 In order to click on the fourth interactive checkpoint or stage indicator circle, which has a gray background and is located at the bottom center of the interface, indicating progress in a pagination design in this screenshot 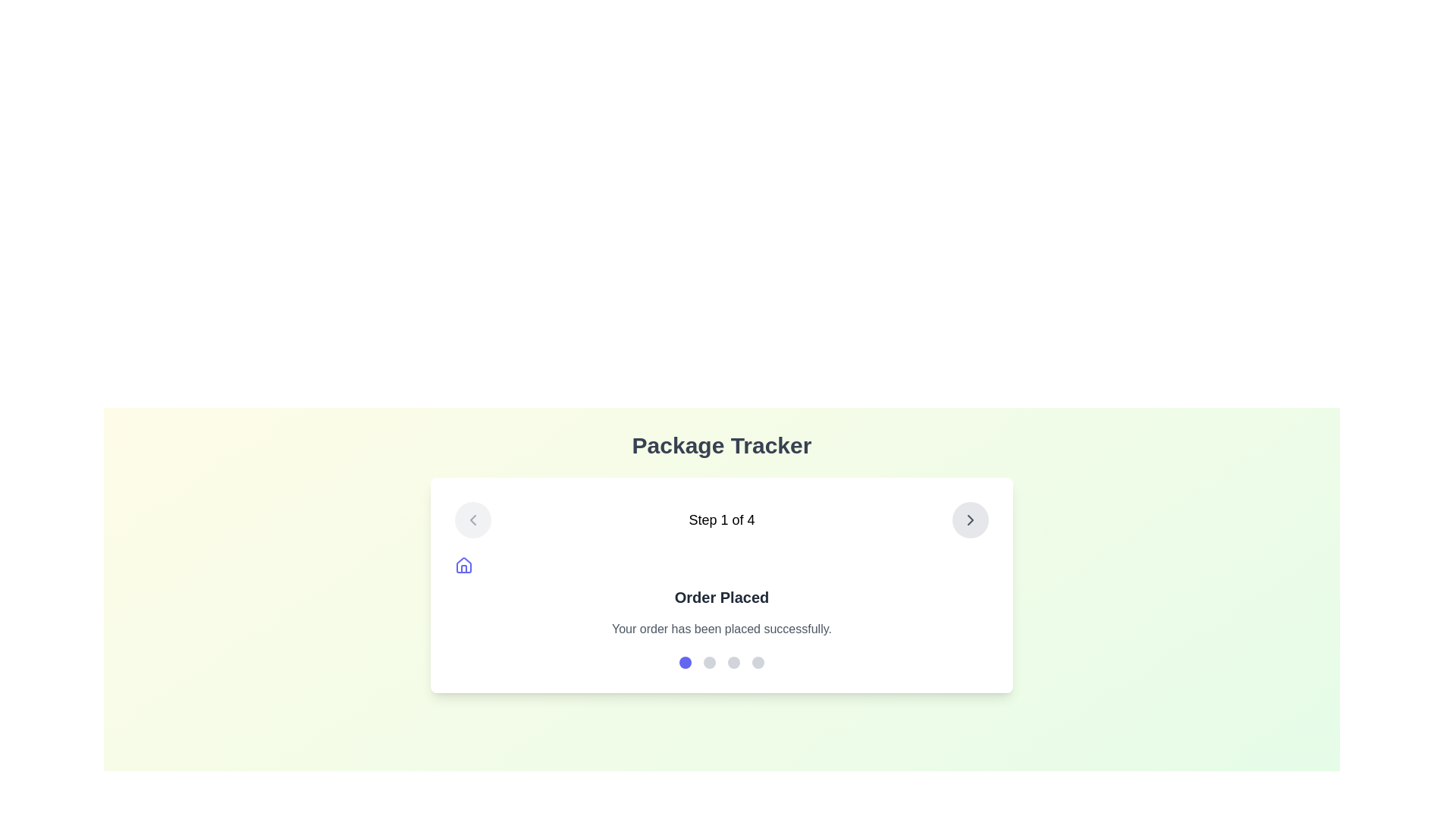, I will do `click(758, 662)`.